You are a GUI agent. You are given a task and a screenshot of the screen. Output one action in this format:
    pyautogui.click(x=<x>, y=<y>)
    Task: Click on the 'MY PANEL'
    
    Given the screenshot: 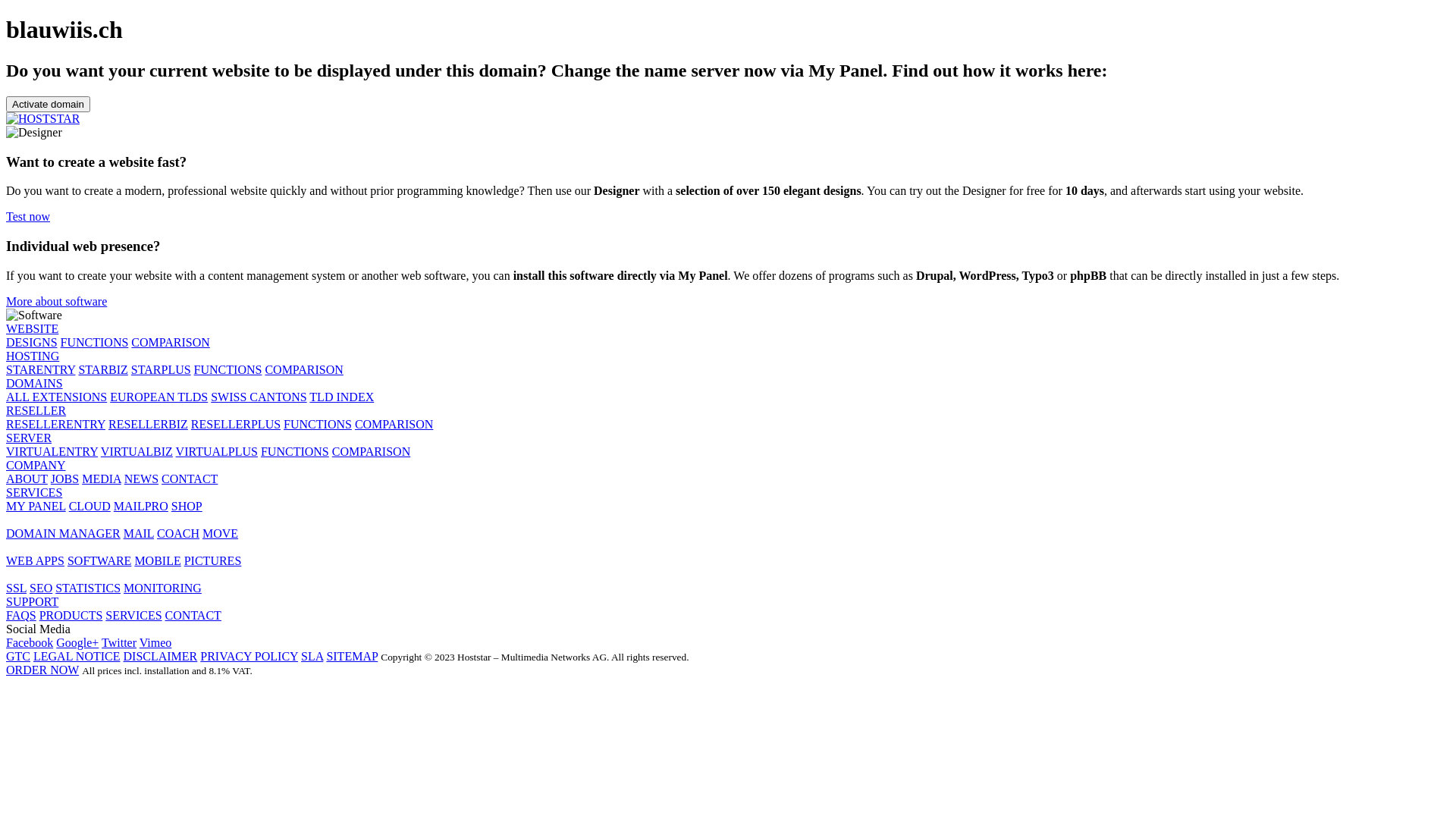 What is the action you would take?
    pyautogui.click(x=6, y=506)
    